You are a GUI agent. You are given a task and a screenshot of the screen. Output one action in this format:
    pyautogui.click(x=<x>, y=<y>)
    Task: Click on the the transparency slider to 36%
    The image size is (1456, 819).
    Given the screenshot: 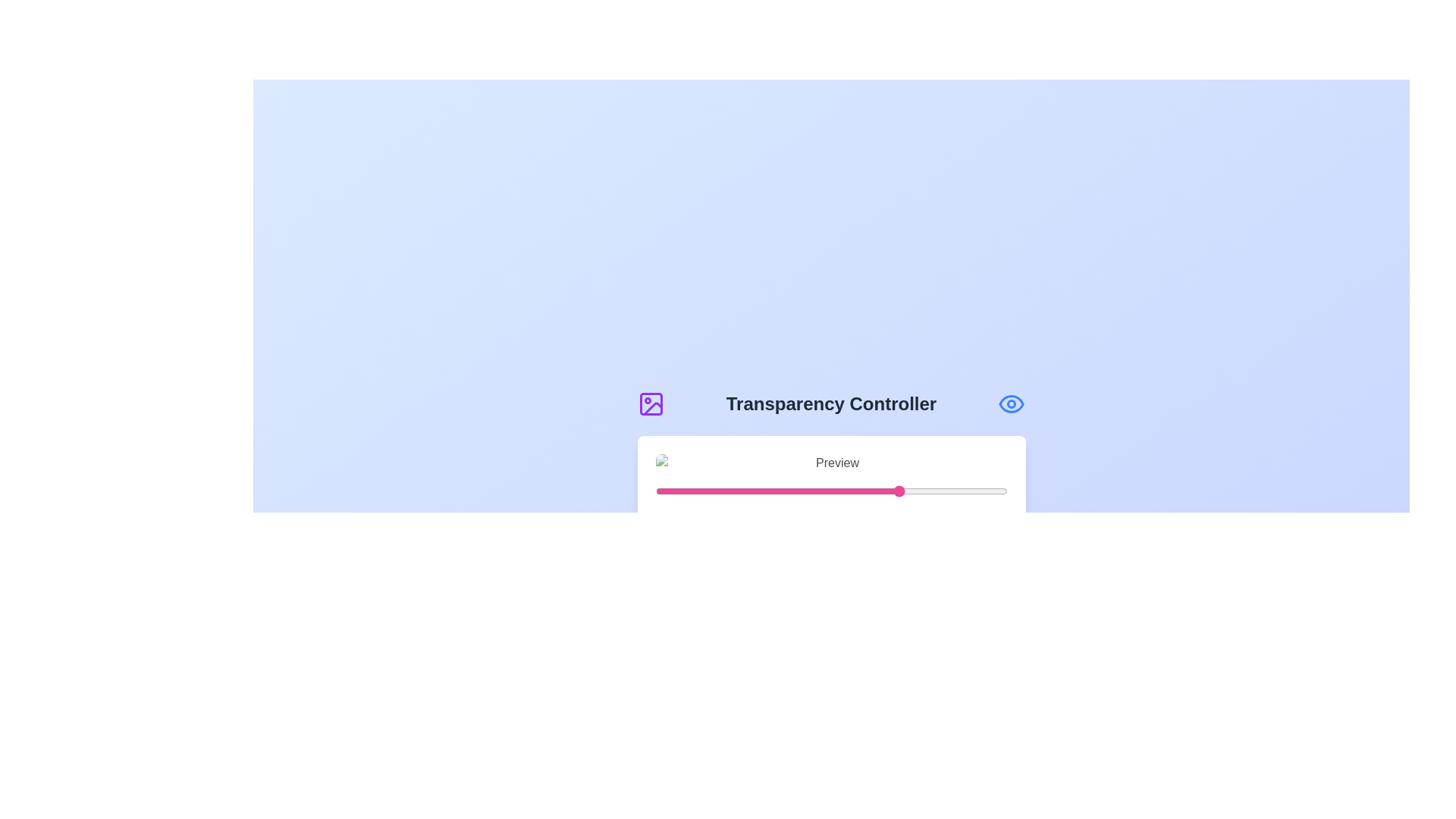 What is the action you would take?
    pyautogui.click(x=782, y=491)
    